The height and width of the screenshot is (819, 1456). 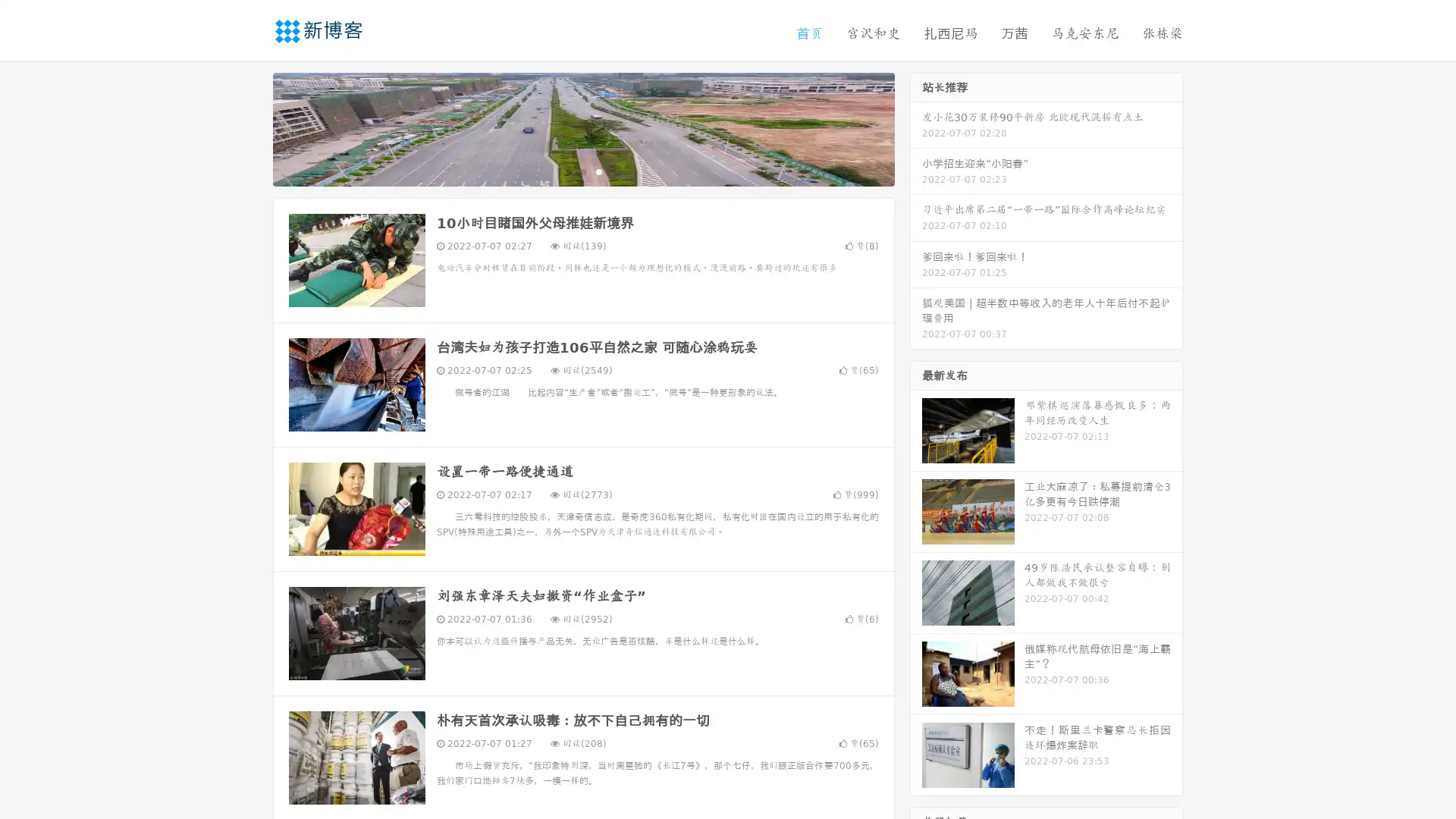 I want to click on Go to slide 3, so click(x=598, y=171).